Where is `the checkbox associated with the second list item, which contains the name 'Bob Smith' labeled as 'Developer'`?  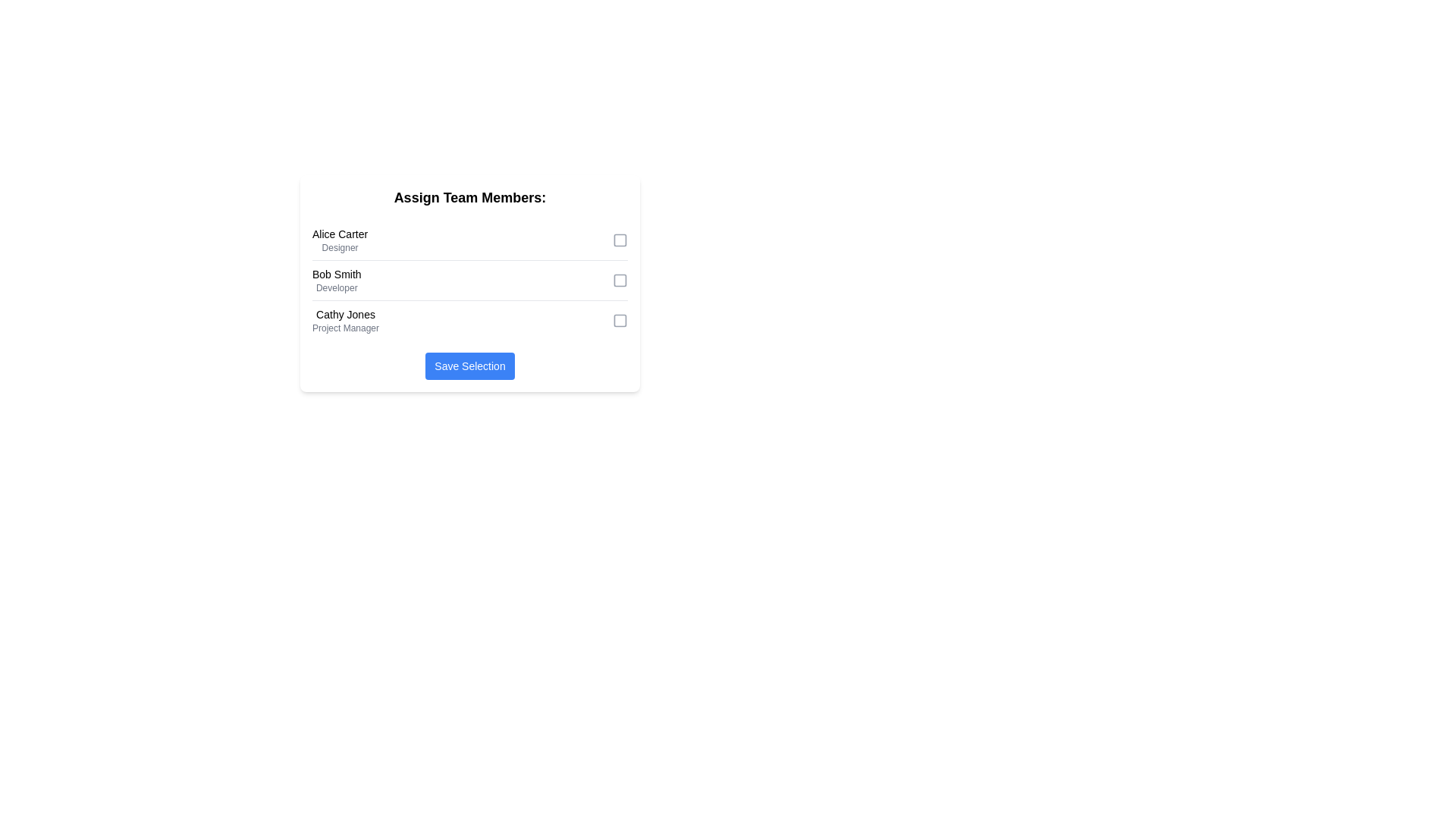 the checkbox associated with the second list item, which contains the name 'Bob Smith' labeled as 'Developer' is located at coordinates (469, 281).